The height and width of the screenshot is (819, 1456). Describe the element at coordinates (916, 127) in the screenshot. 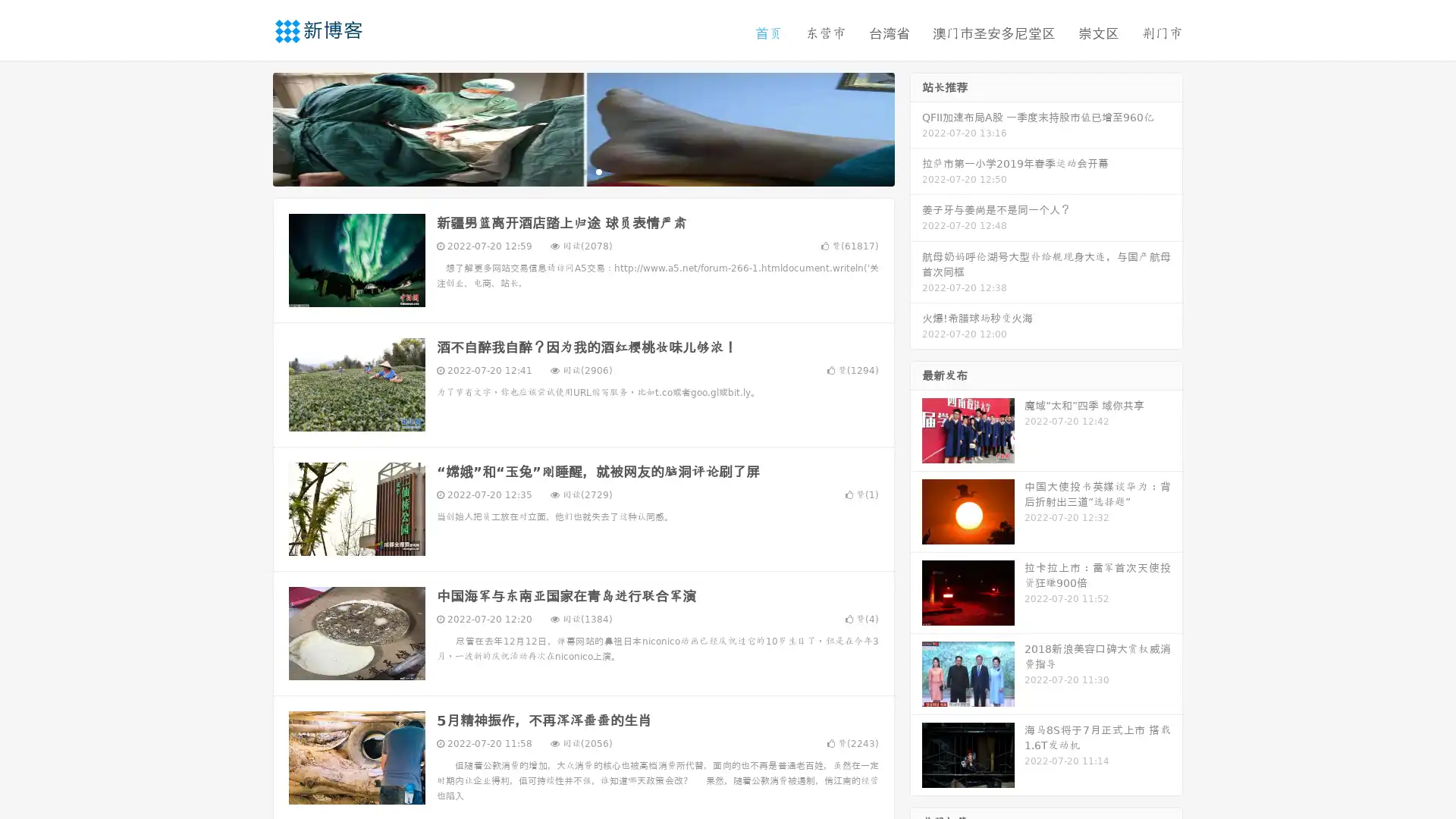

I see `Next slide` at that location.